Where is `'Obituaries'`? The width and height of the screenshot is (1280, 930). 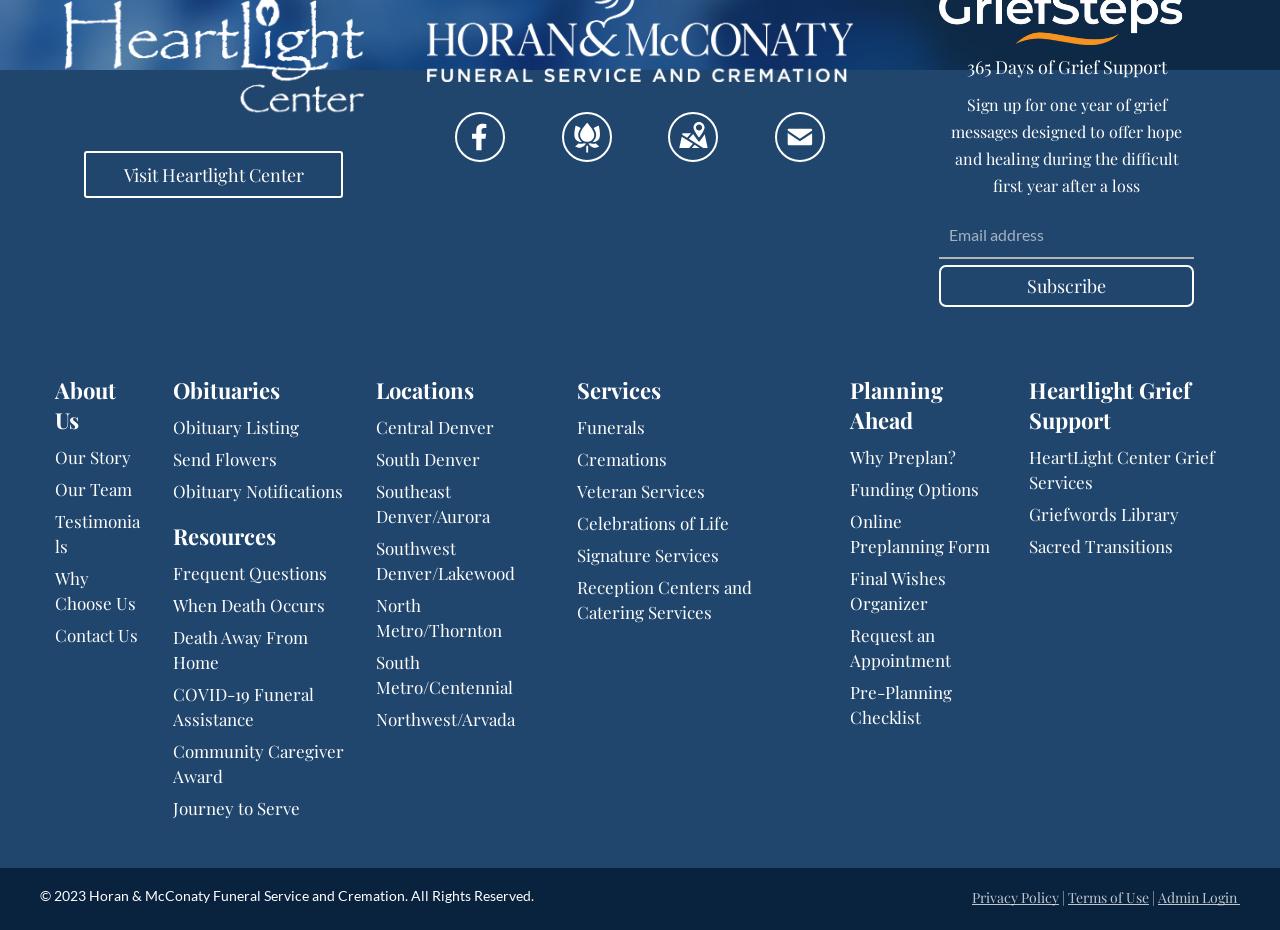 'Obituaries' is located at coordinates (173, 390).